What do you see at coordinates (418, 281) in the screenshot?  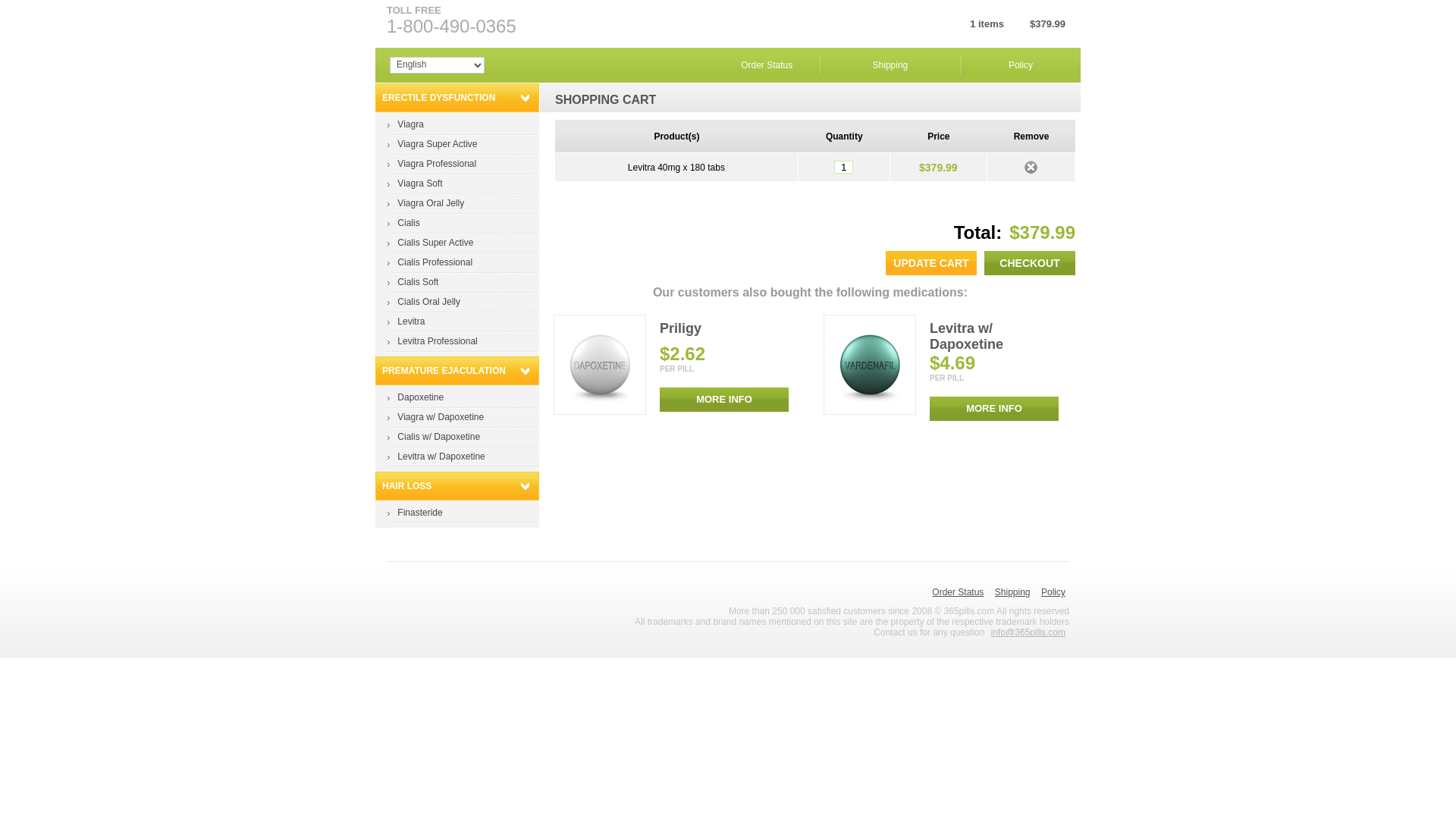 I see `'Cialis Soft'` at bounding box center [418, 281].